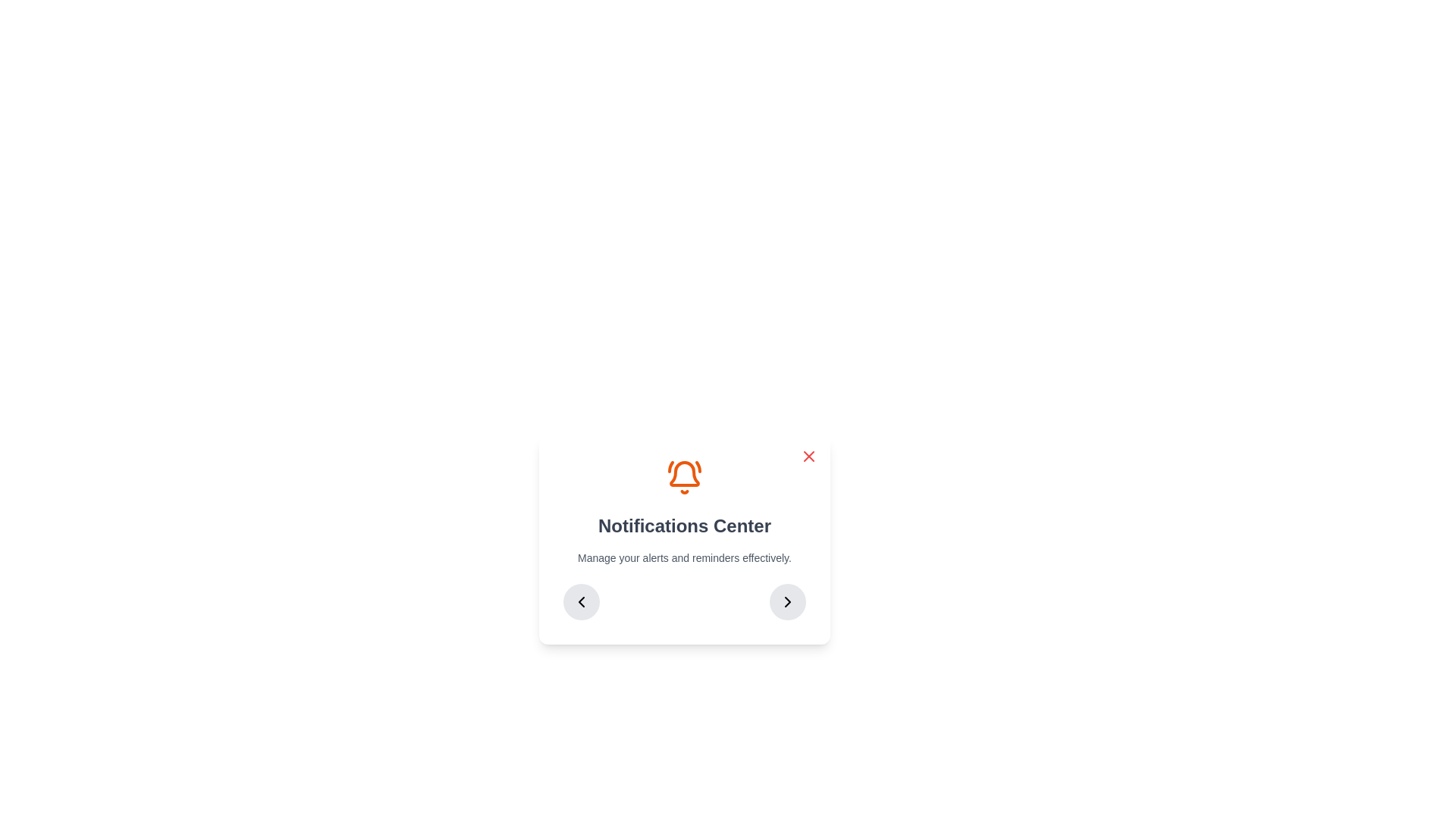 This screenshot has height=819, width=1456. Describe the element at coordinates (581, 601) in the screenshot. I see `the leftward Chevron Icon located in a light gray circular button at the bottom left corner of the Notifications Center card` at that location.